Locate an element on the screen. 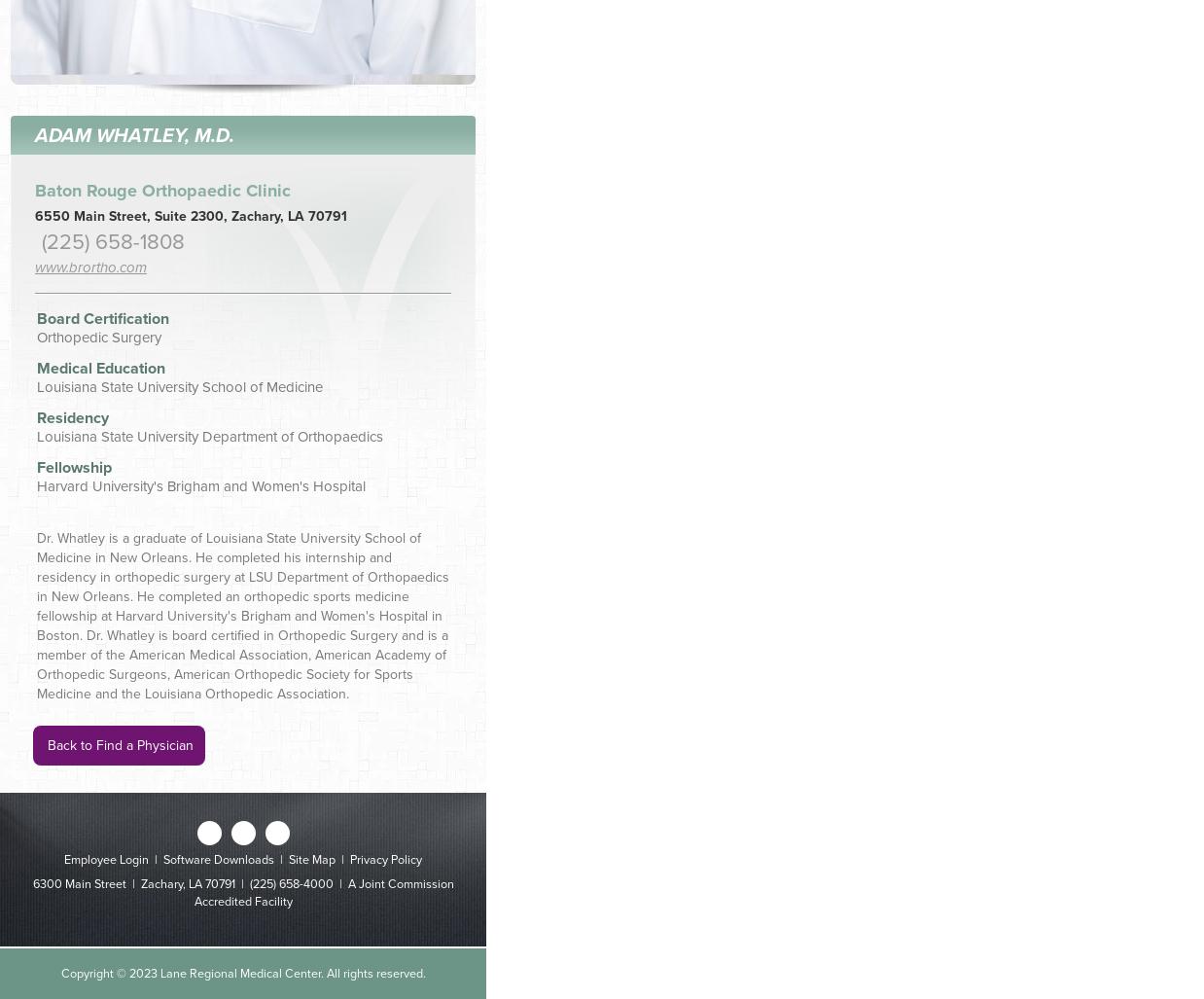 The image size is (1204, 999). 'Adam Whatley, M.D.' is located at coordinates (34, 134).